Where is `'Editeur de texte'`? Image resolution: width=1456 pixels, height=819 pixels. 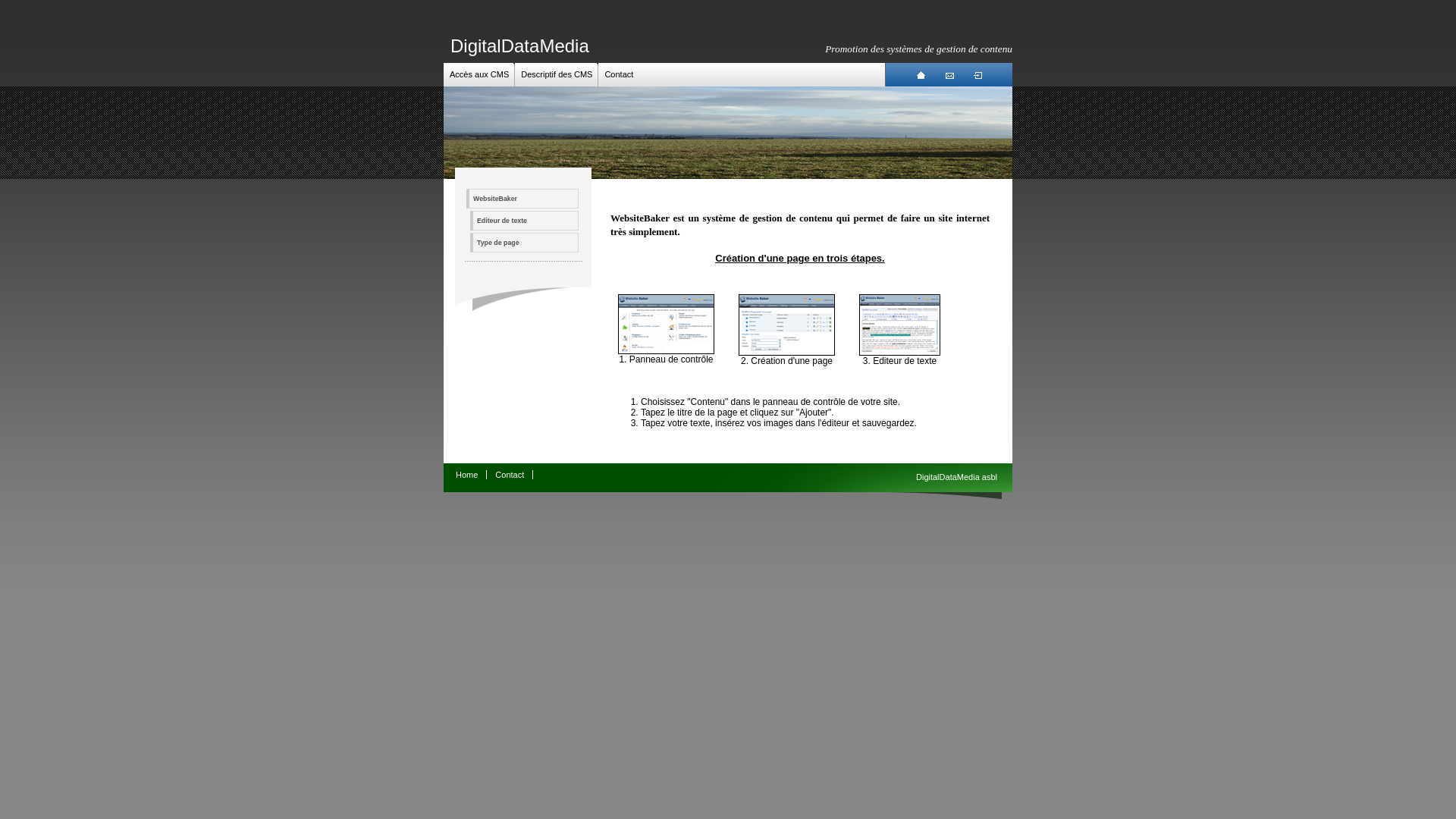
'Editeur de texte' is located at coordinates (469, 220).